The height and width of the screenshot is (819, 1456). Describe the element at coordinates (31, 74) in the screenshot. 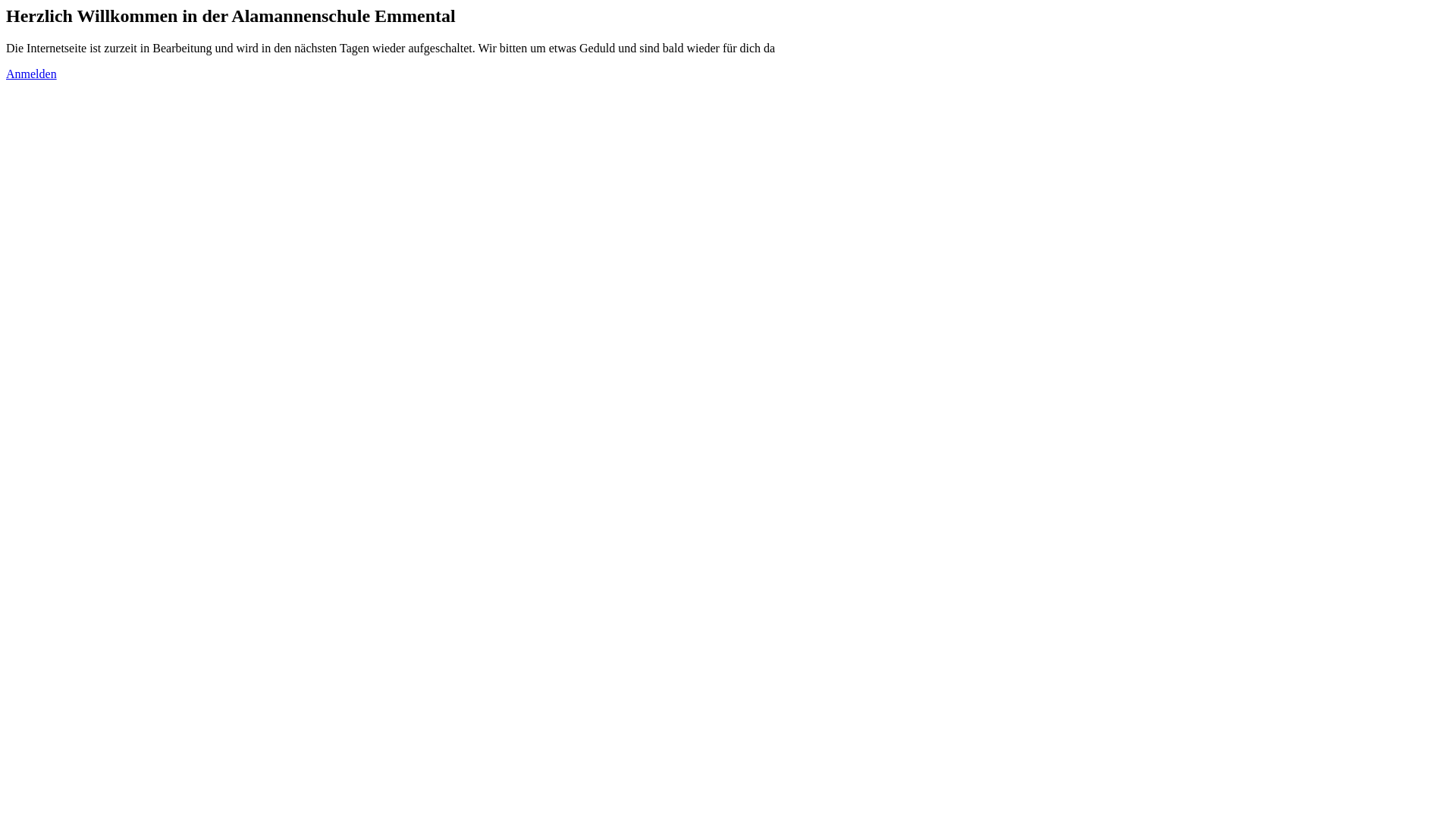

I see `'Anmelden'` at that location.